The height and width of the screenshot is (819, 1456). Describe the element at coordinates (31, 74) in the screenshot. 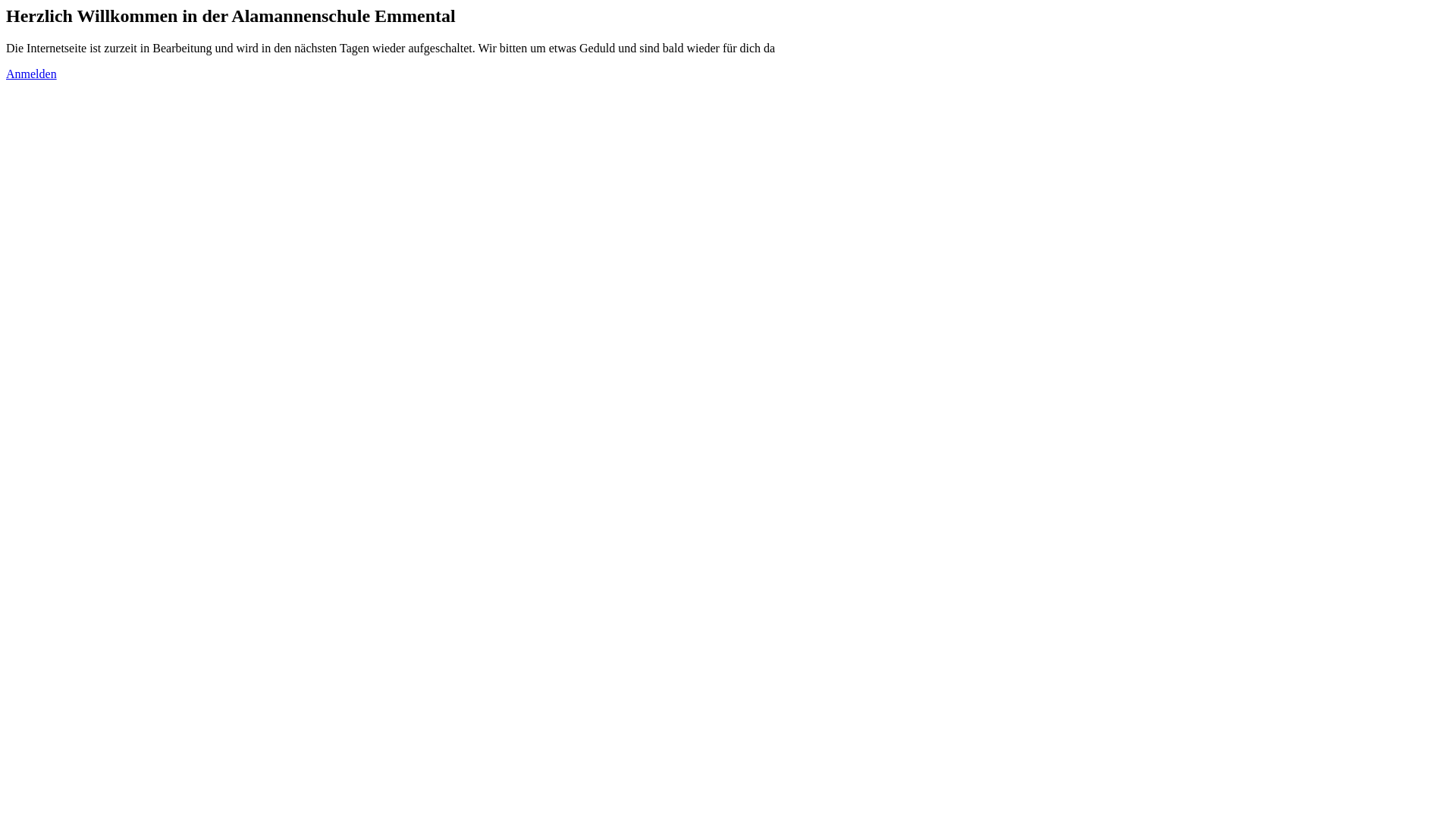

I see `'Anmelden'` at that location.